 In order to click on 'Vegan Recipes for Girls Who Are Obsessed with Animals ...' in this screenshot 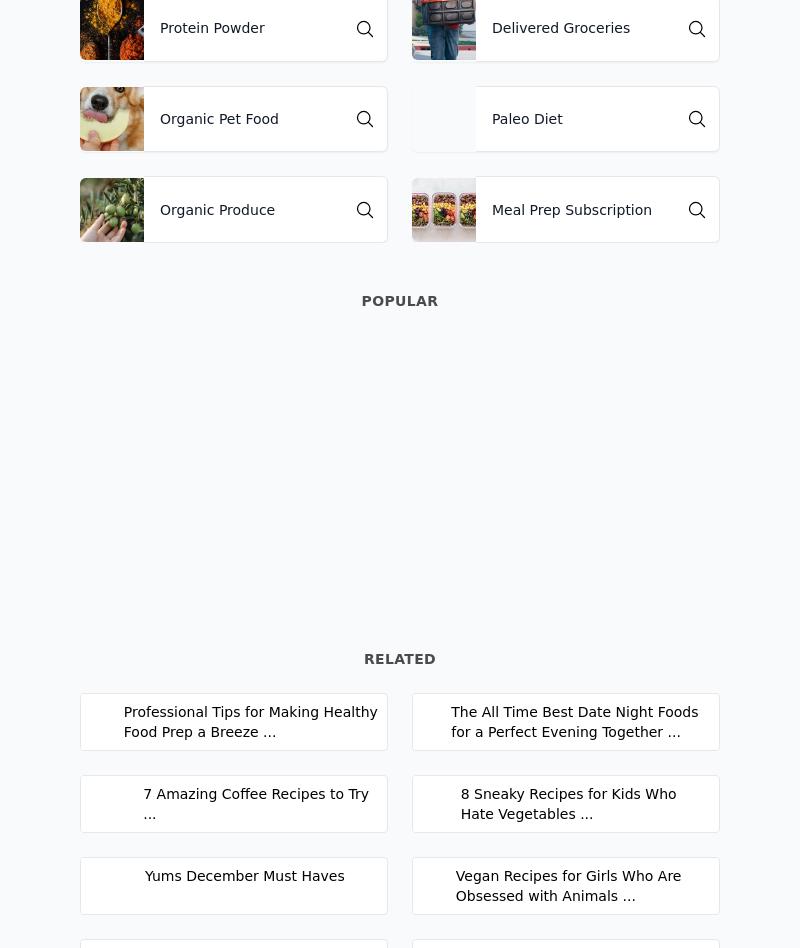, I will do `click(567, 883)`.